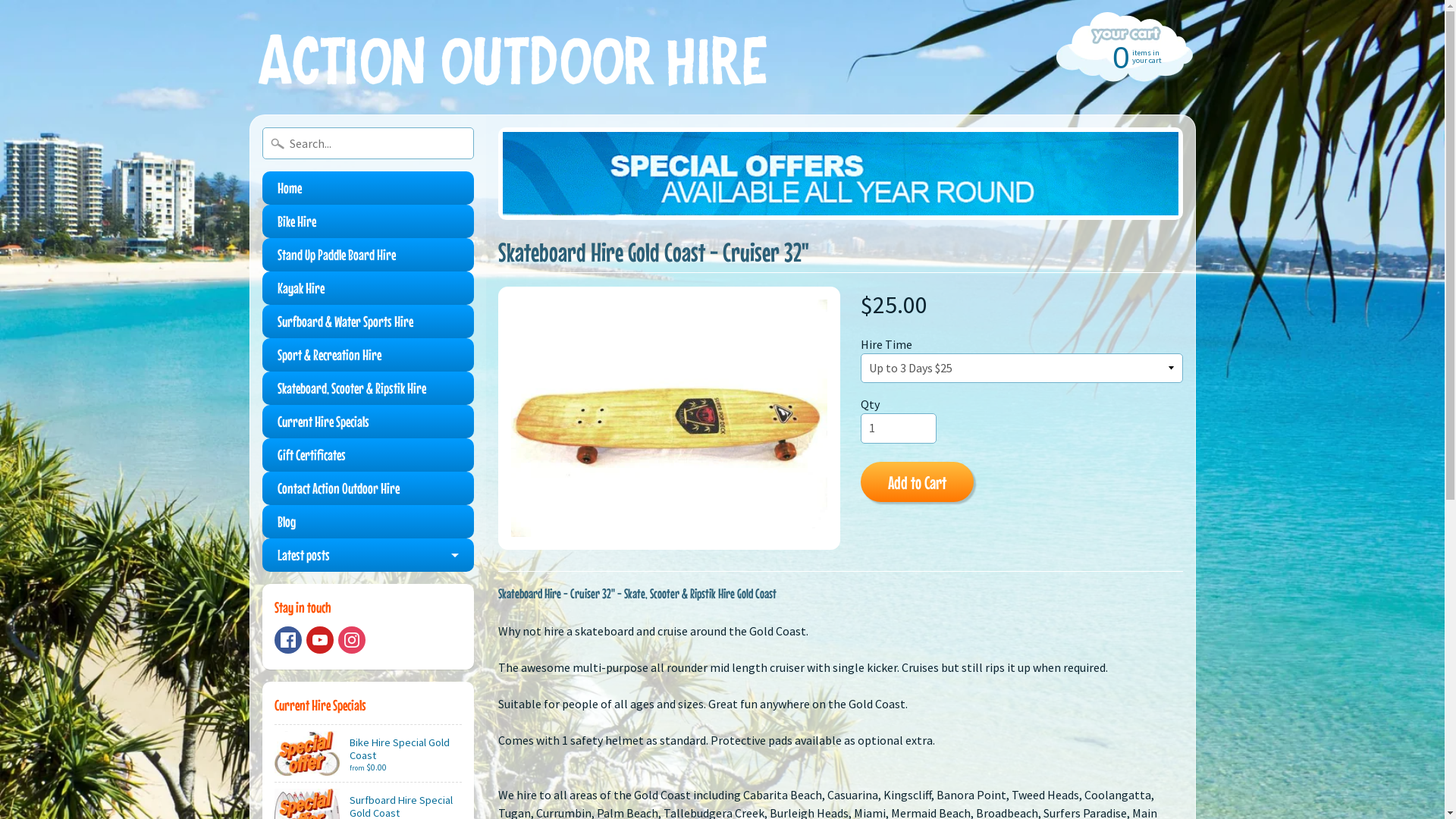 The image size is (1456, 819). I want to click on 'Surfboard & Water Sports Hire', so click(368, 321).